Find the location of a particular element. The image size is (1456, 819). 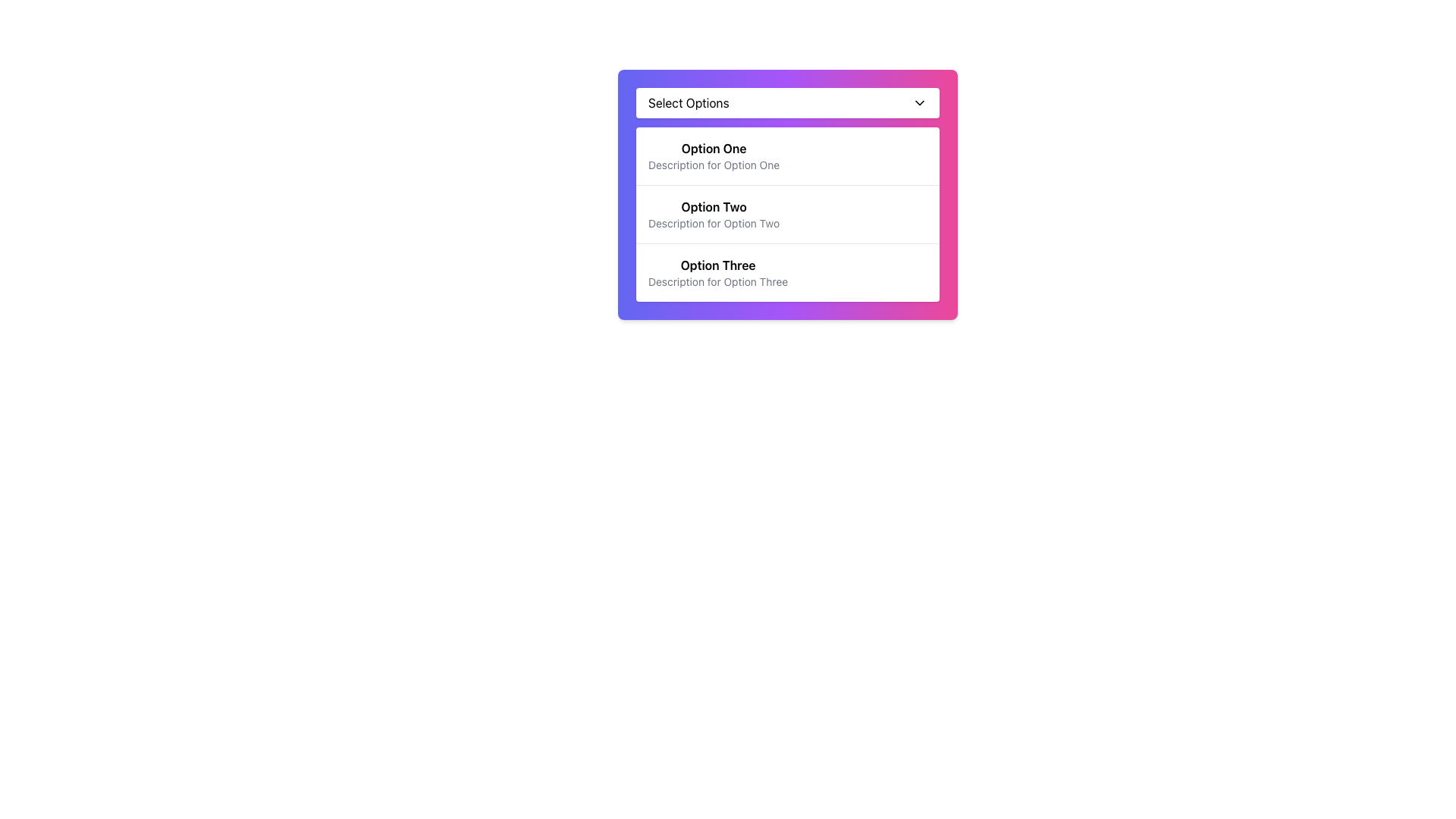

the Text Display that provides additional information about 'Option Three' located directly below the 'Option Three' text in the dropdown menu is located at coordinates (717, 281).